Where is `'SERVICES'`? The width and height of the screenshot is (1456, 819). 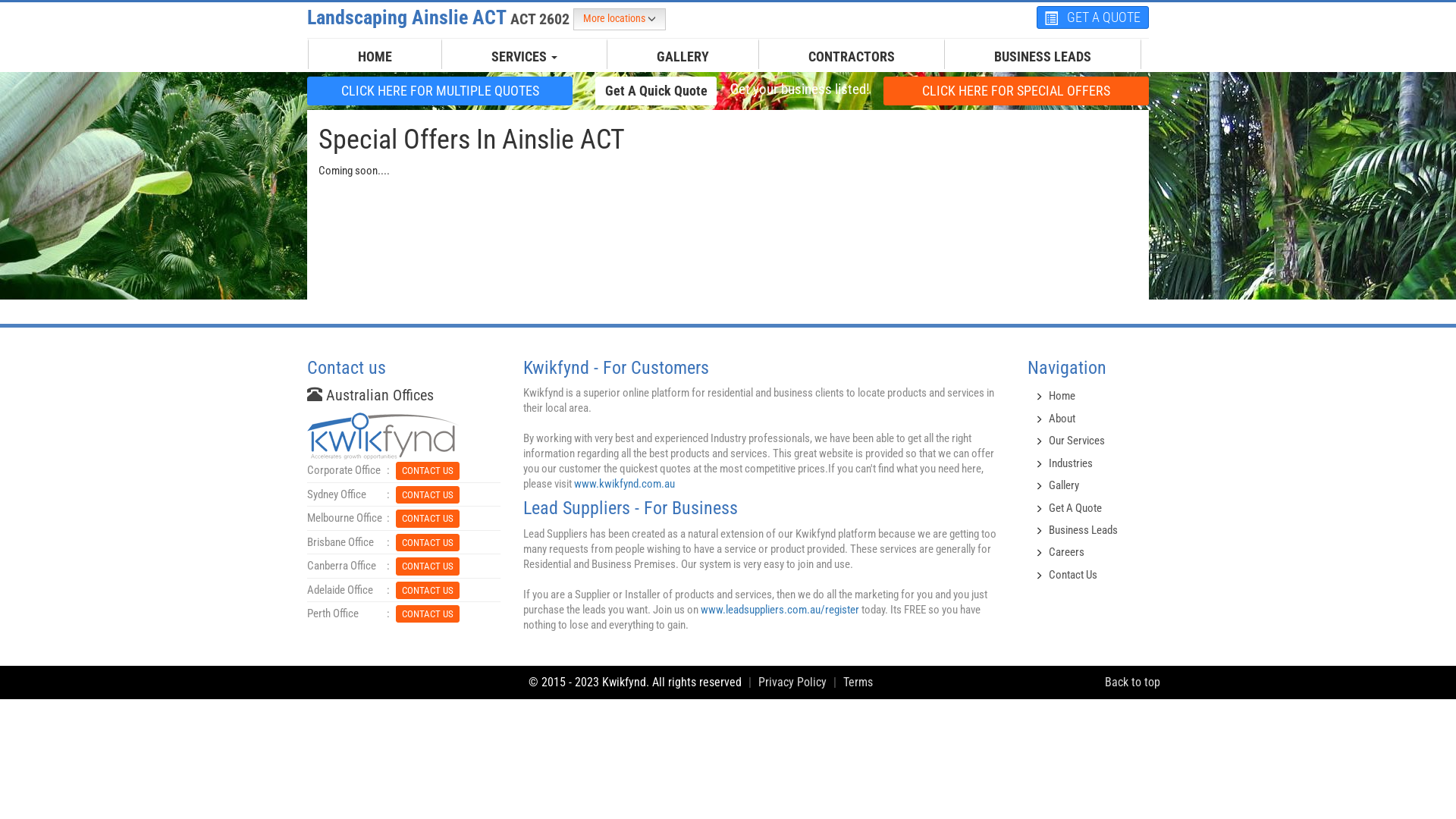
'SERVICES' is located at coordinates (479, 55).